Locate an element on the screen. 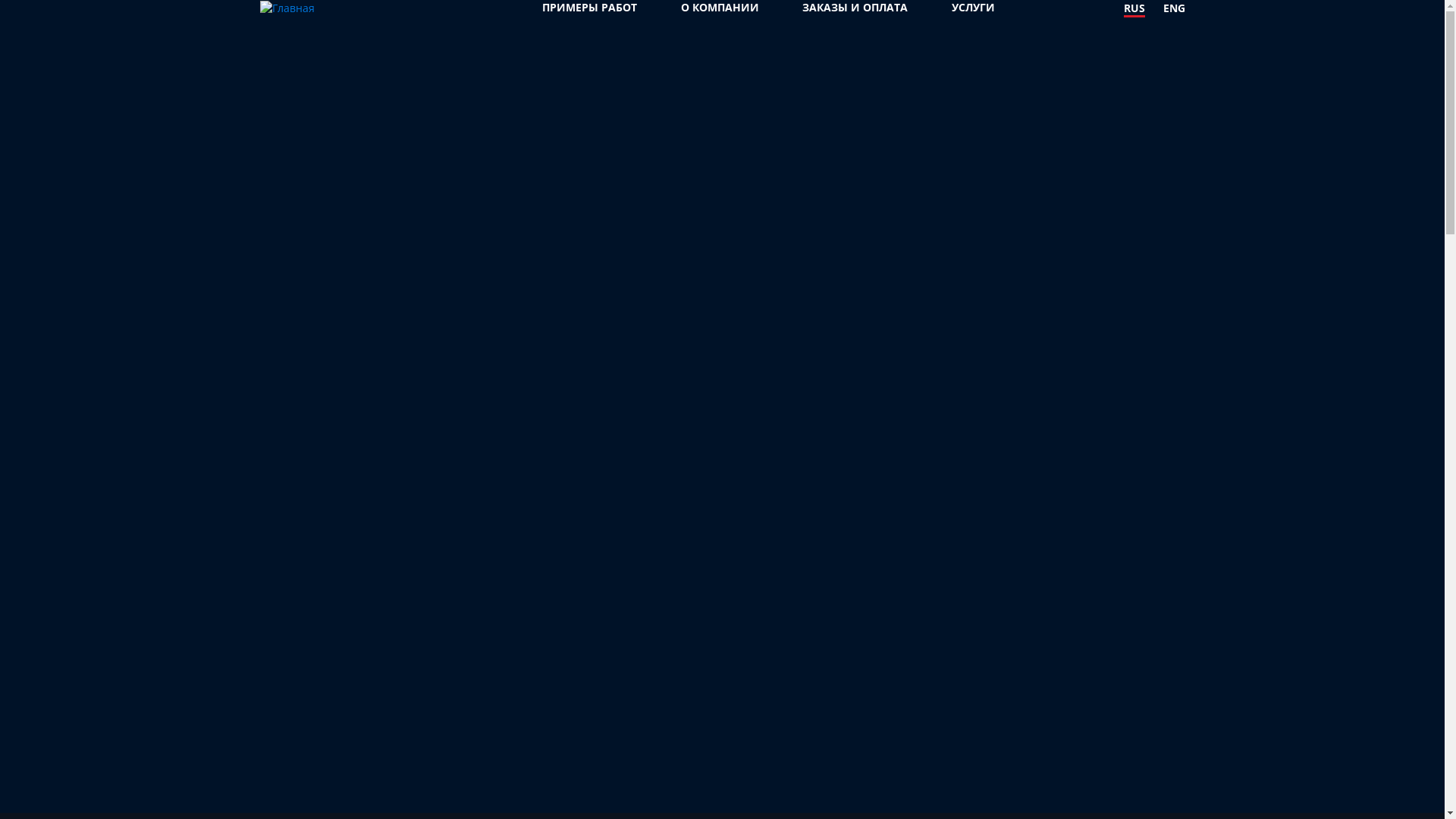 This screenshot has height=819, width=1456. 'ENG' is located at coordinates (1173, 8).